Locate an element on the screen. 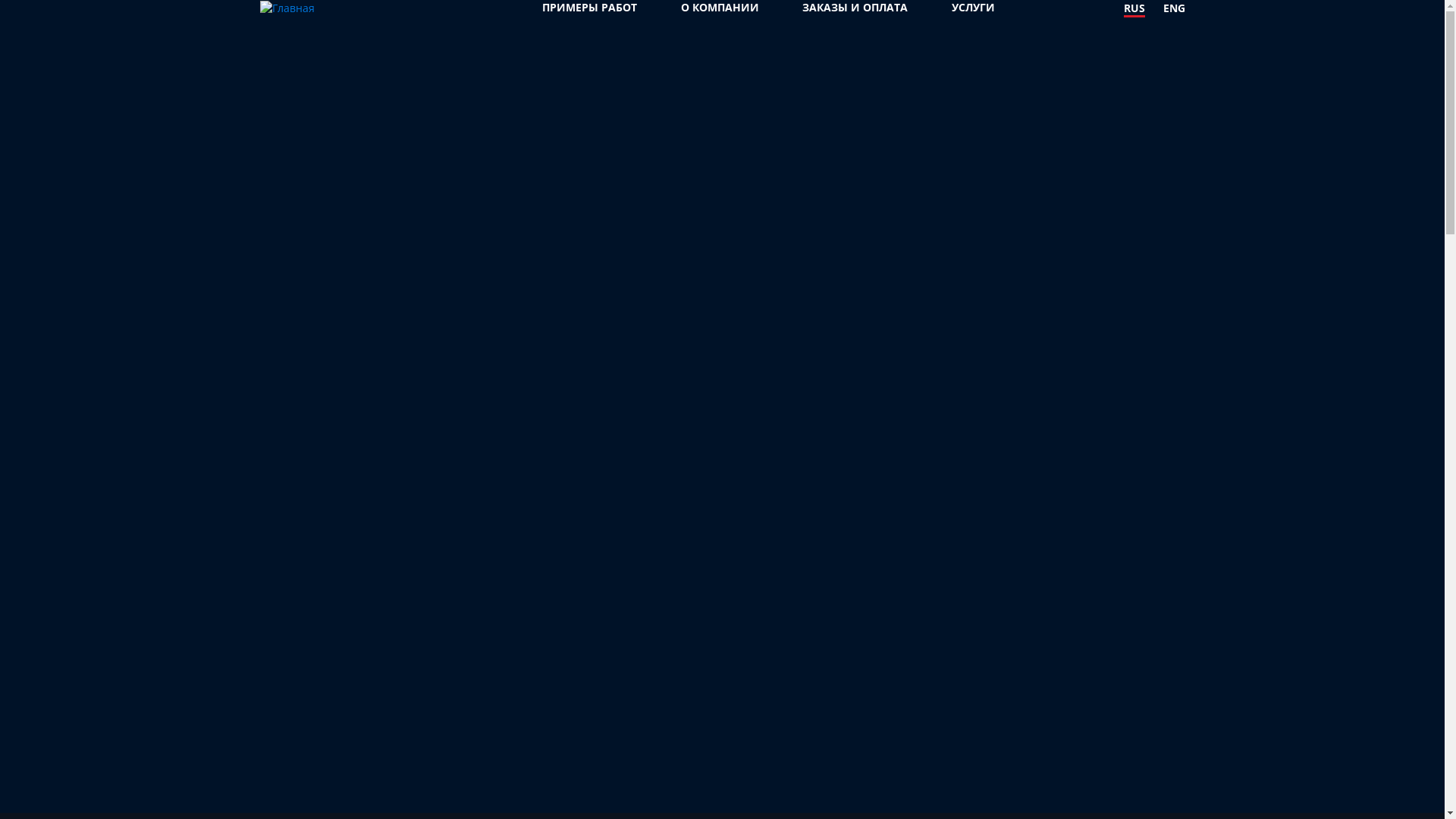 This screenshot has height=819, width=1456. 'ENG' is located at coordinates (1173, 8).